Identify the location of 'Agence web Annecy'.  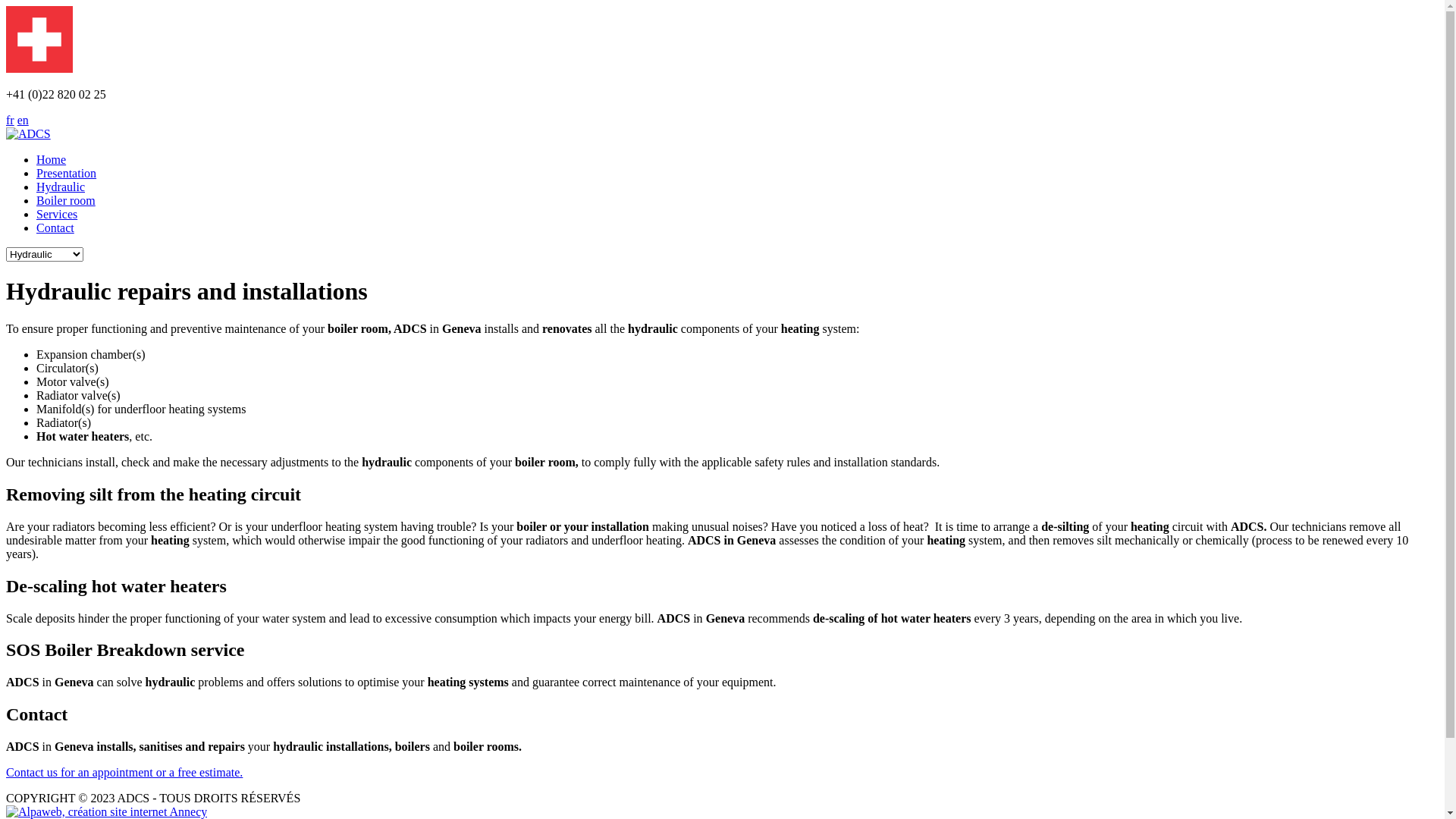
(105, 811).